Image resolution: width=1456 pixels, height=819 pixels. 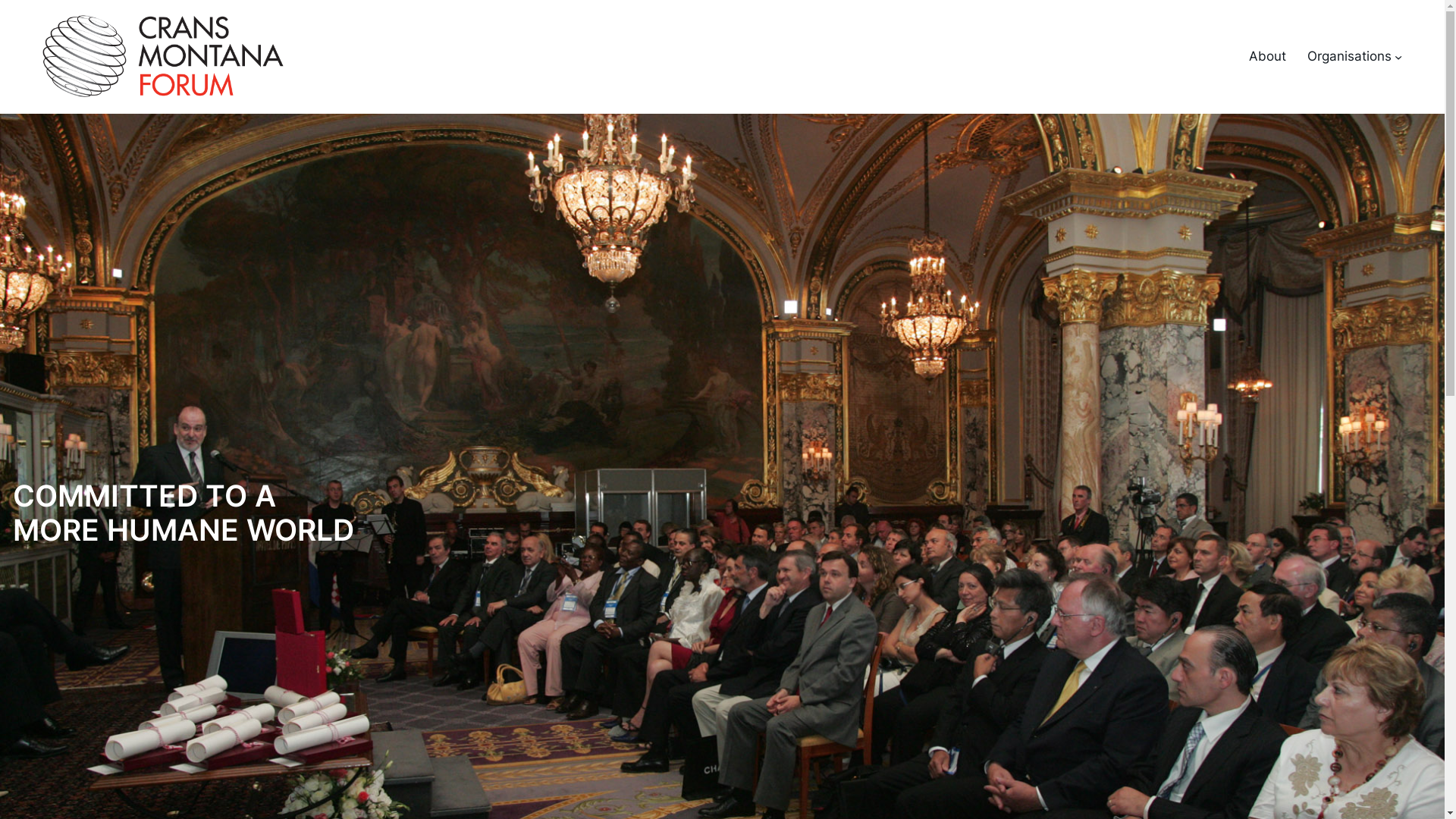 What do you see at coordinates (1267, 55) in the screenshot?
I see `'About'` at bounding box center [1267, 55].